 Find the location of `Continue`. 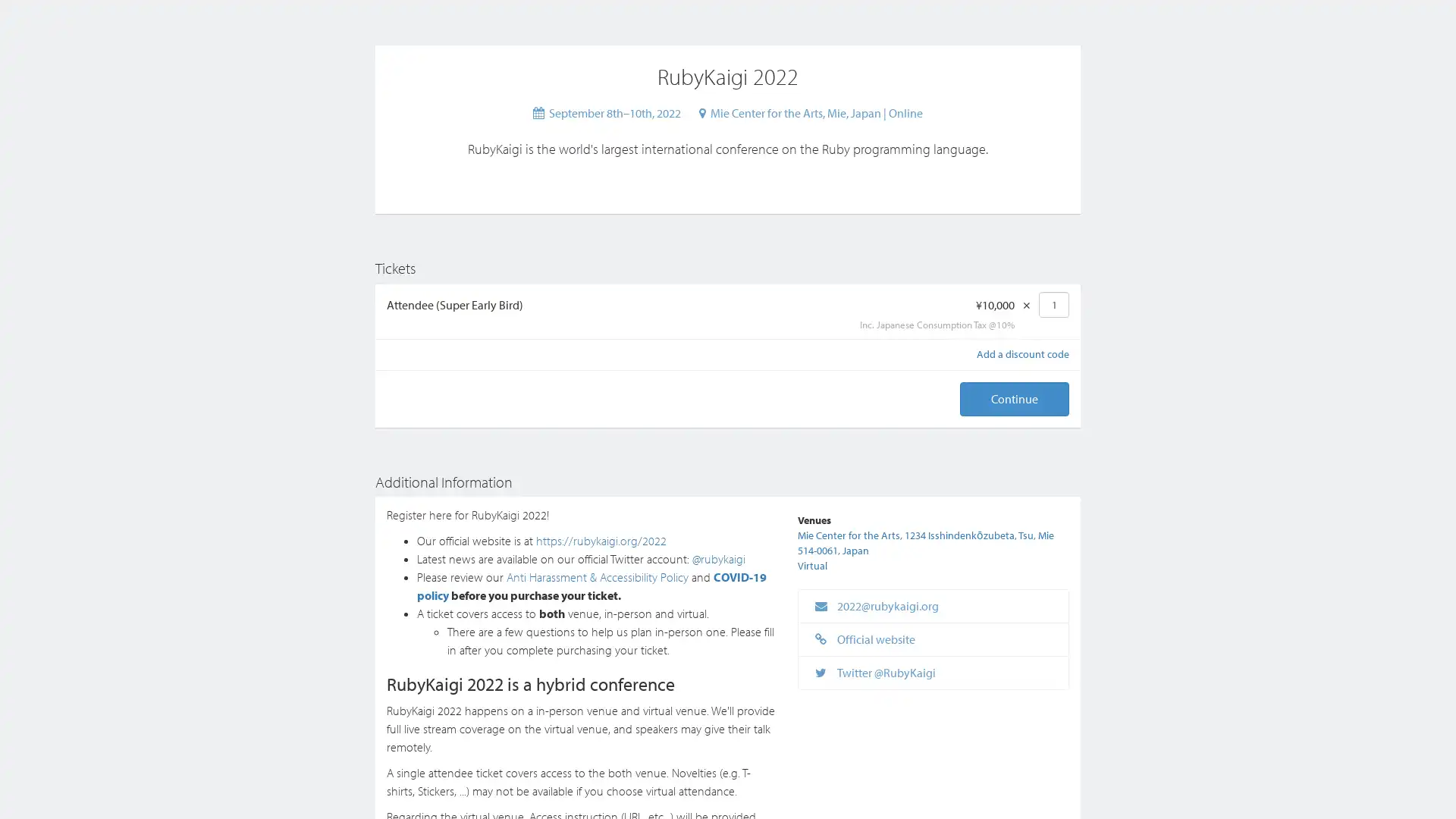

Continue is located at coordinates (1015, 398).